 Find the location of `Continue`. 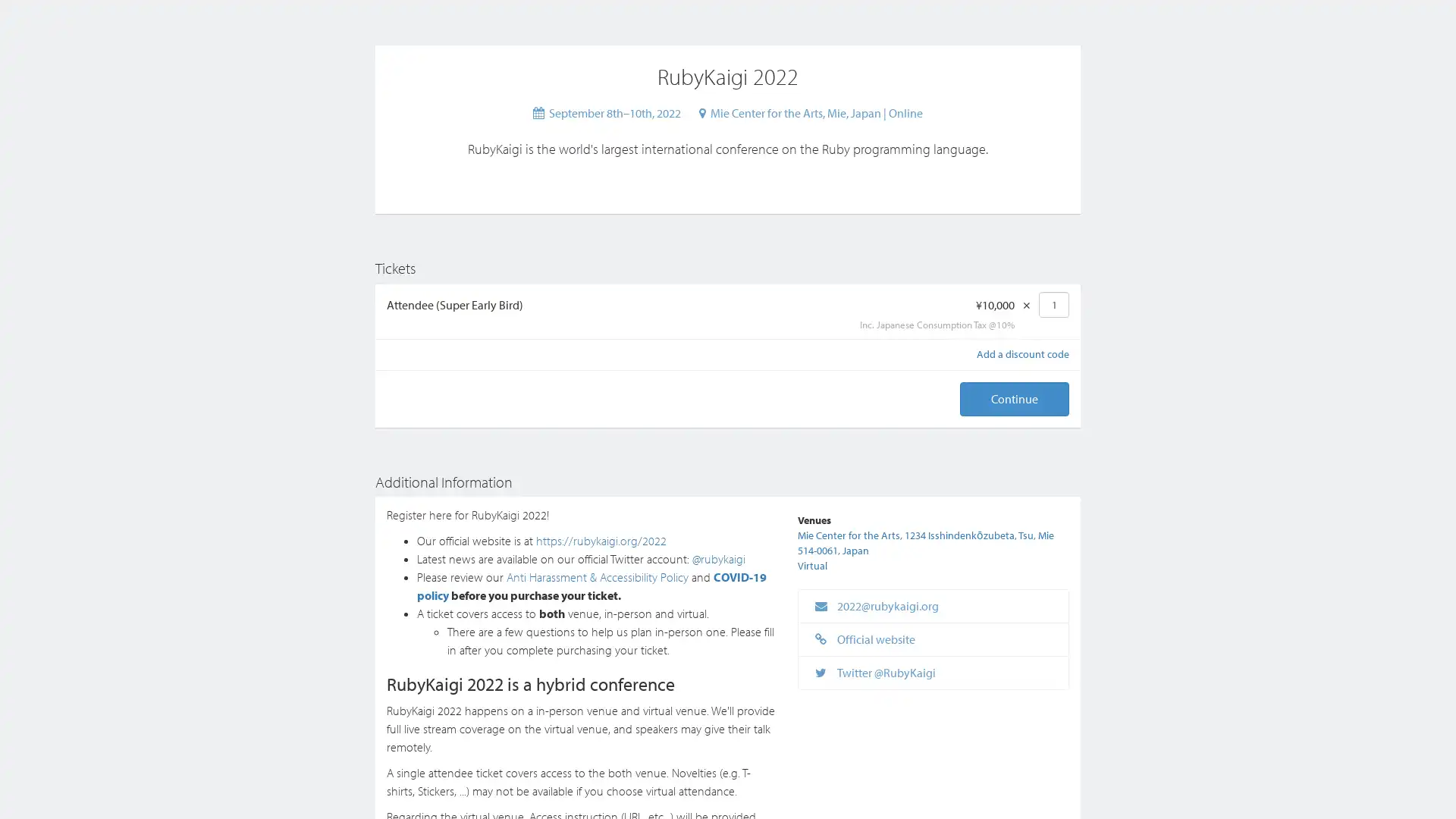

Continue is located at coordinates (1015, 398).